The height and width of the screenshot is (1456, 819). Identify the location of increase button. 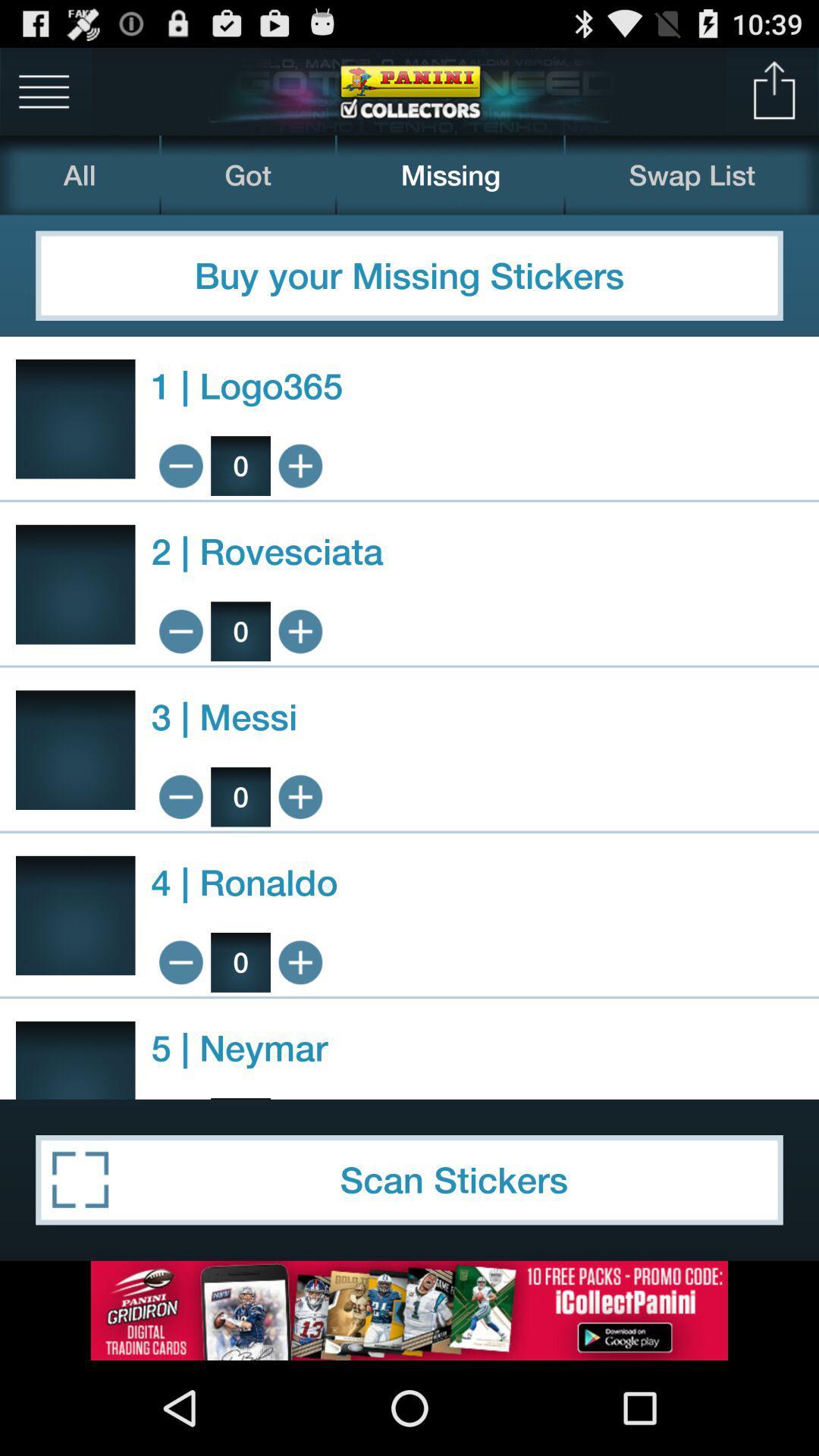
(300, 962).